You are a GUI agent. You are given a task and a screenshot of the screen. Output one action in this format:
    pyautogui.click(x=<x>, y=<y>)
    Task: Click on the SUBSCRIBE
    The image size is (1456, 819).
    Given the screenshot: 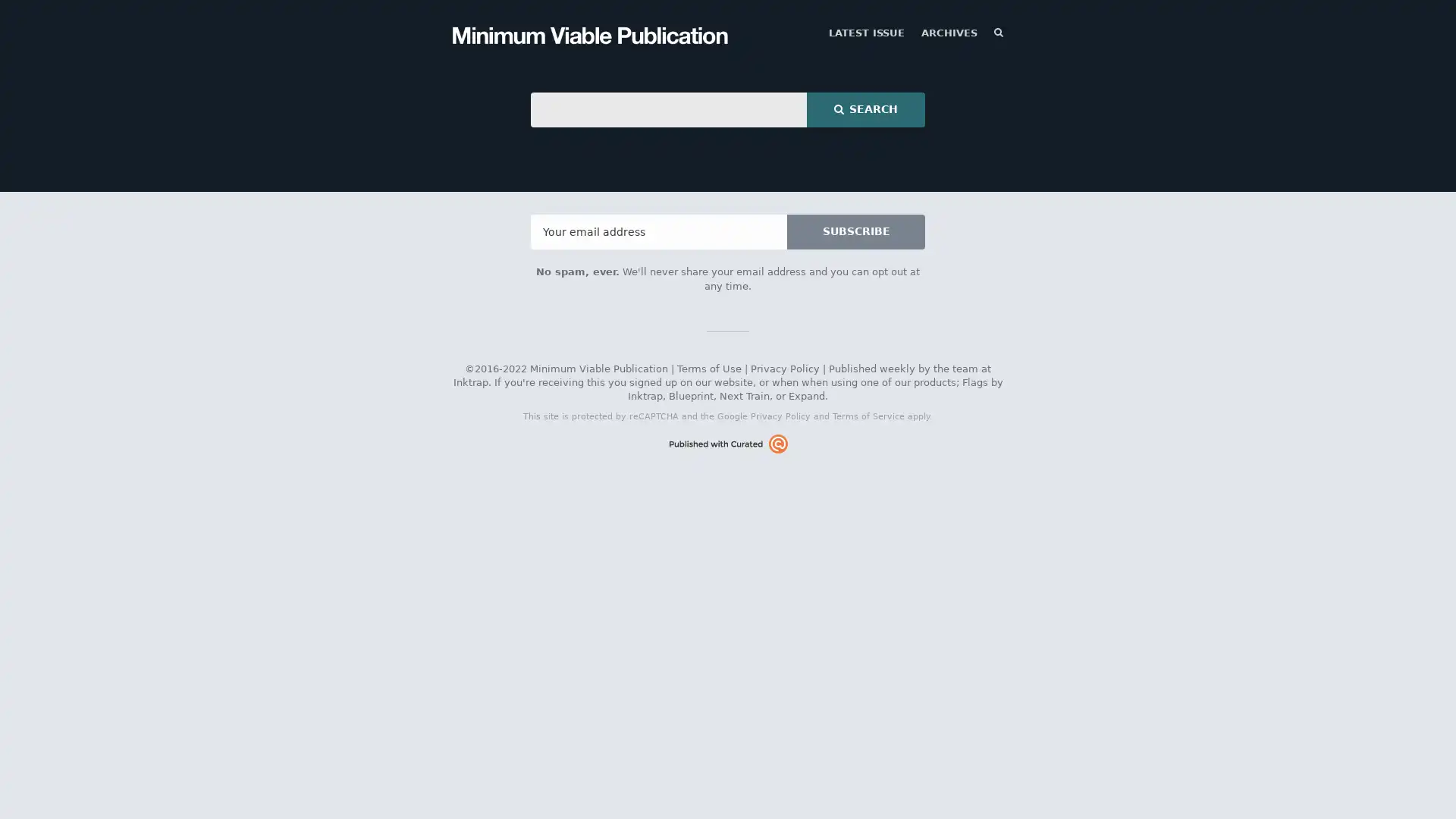 What is the action you would take?
    pyautogui.click(x=855, y=231)
    